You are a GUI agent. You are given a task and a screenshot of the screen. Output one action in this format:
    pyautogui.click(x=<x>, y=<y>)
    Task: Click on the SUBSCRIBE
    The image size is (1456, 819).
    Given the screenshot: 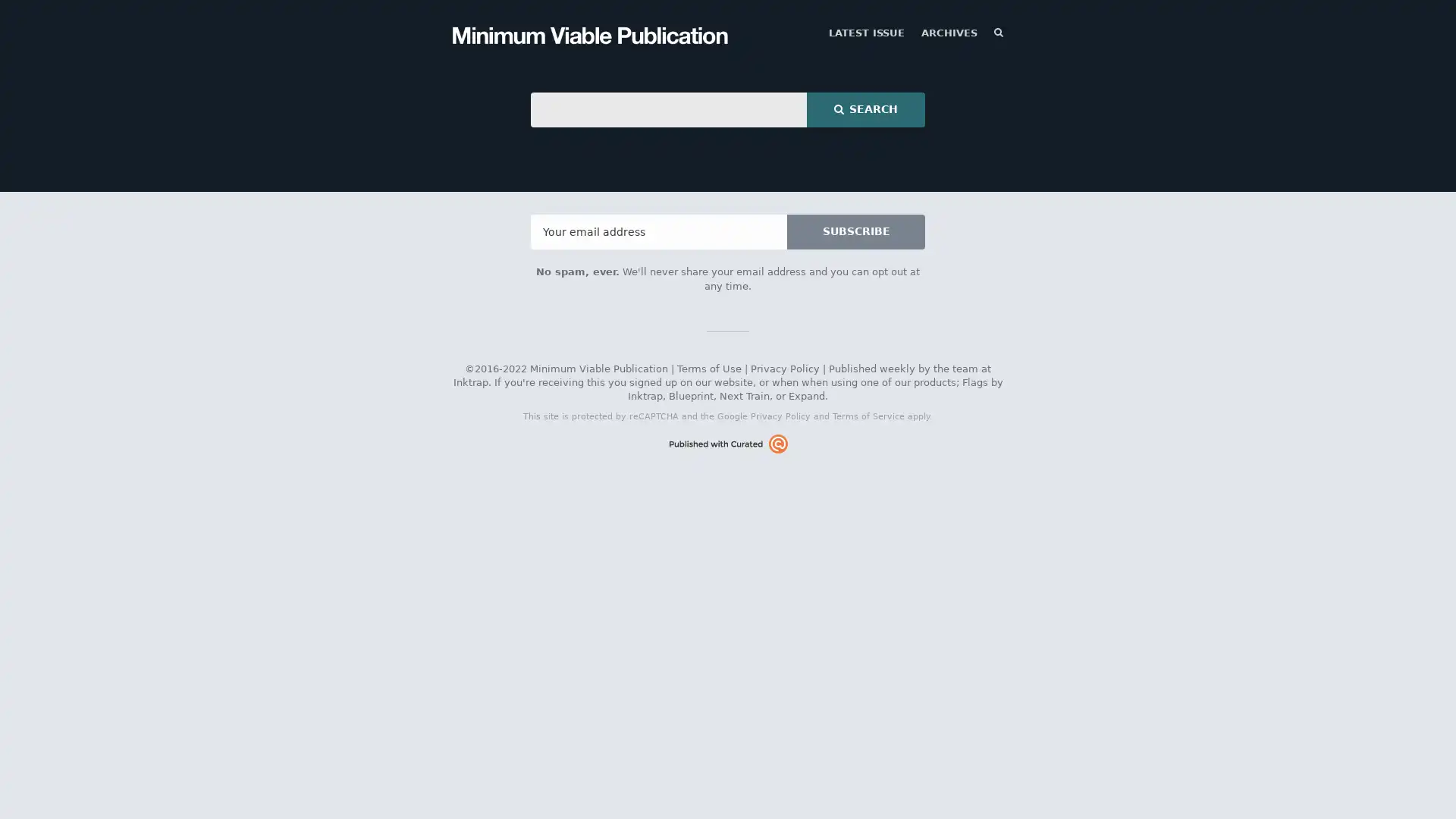 What is the action you would take?
    pyautogui.click(x=855, y=231)
    